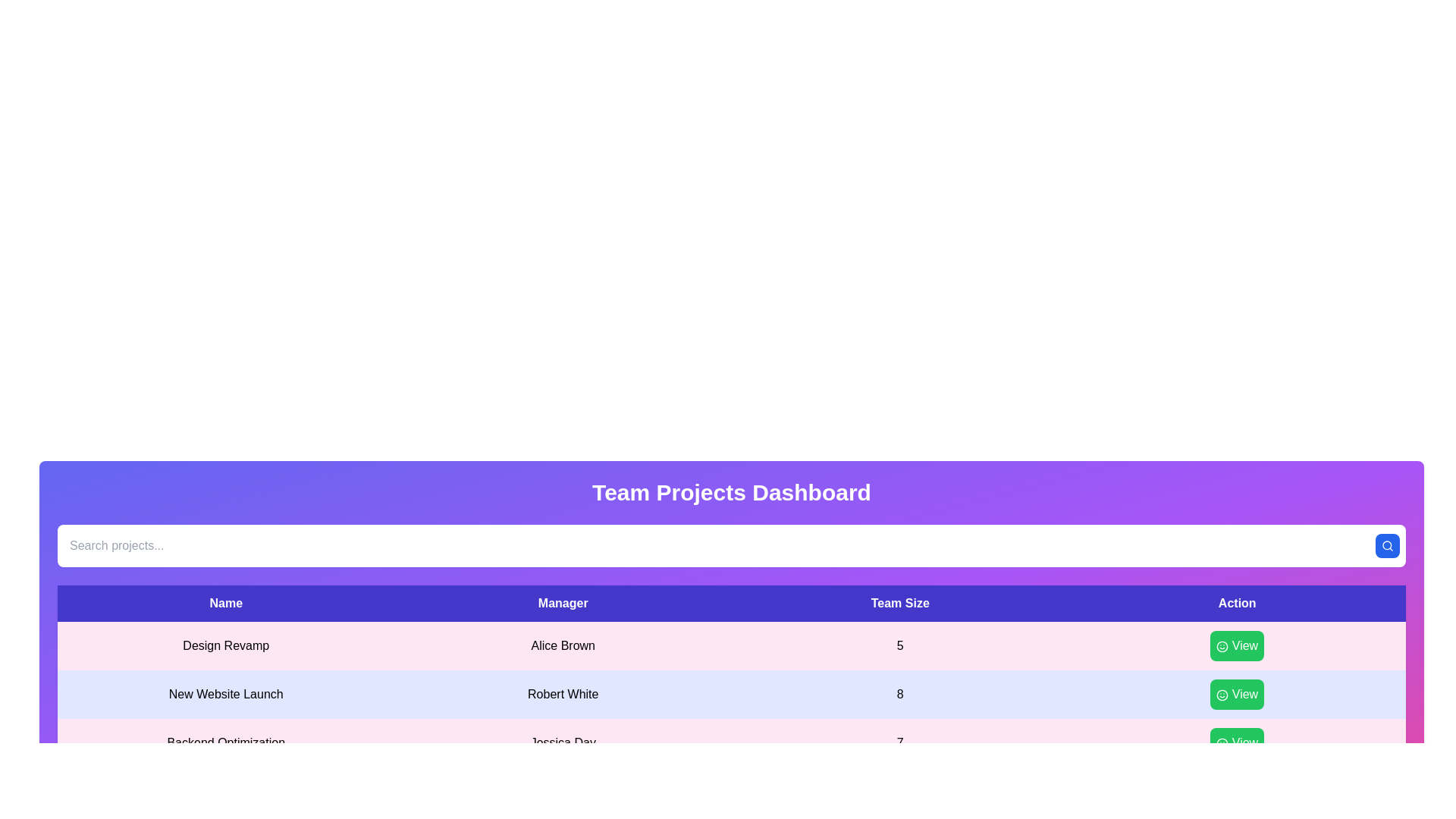  Describe the element at coordinates (225, 602) in the screenshot. I see `the 'Name' table header cell, which is the first cell in the header row of the table layout` at that location.